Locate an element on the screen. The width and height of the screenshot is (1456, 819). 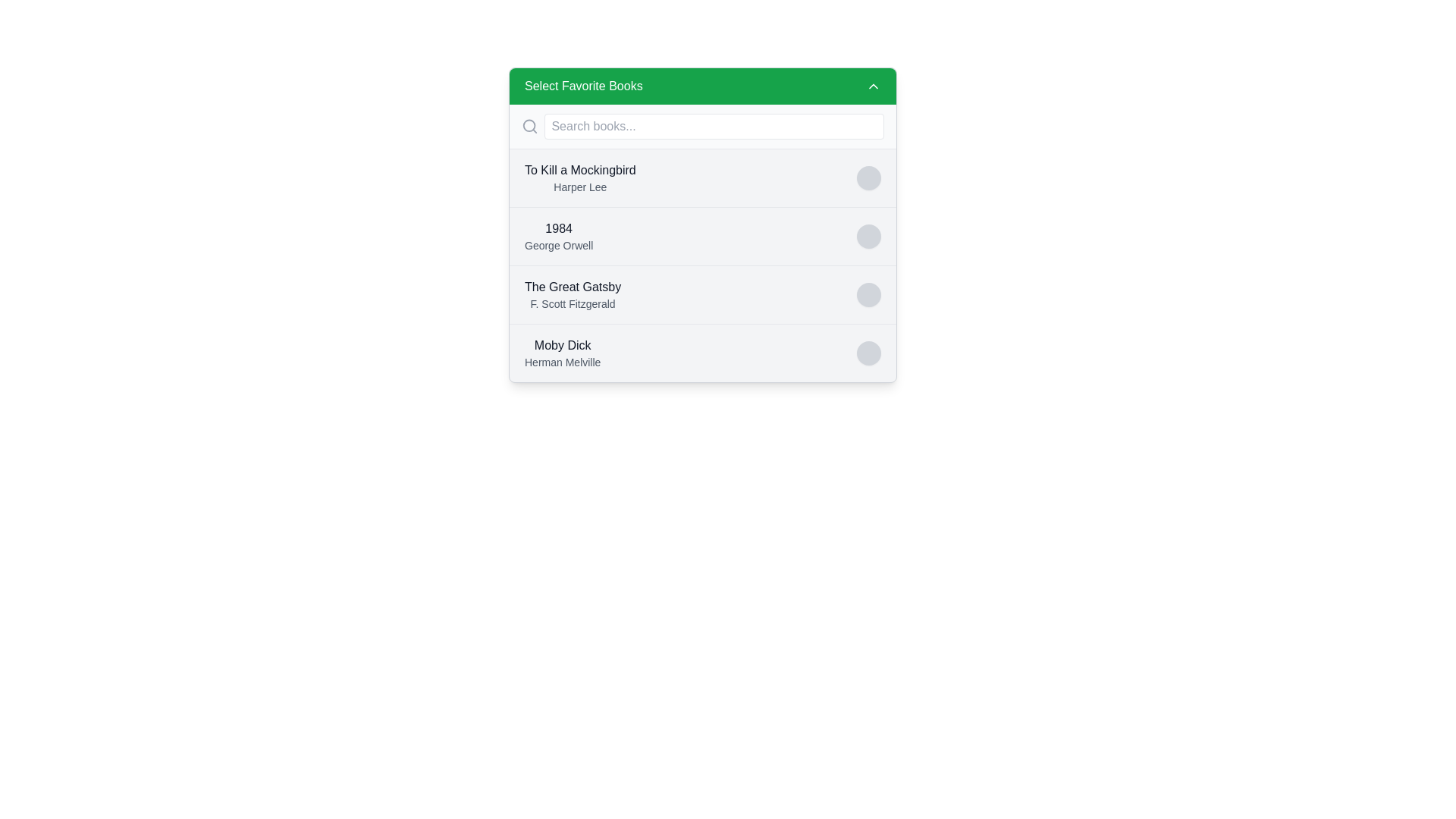
the textual label displaying the author name 'George Orwell', which is styled in a small gray font and positioned below the bold title '1984' in the list of book titles is located at coordinates (558, 245).